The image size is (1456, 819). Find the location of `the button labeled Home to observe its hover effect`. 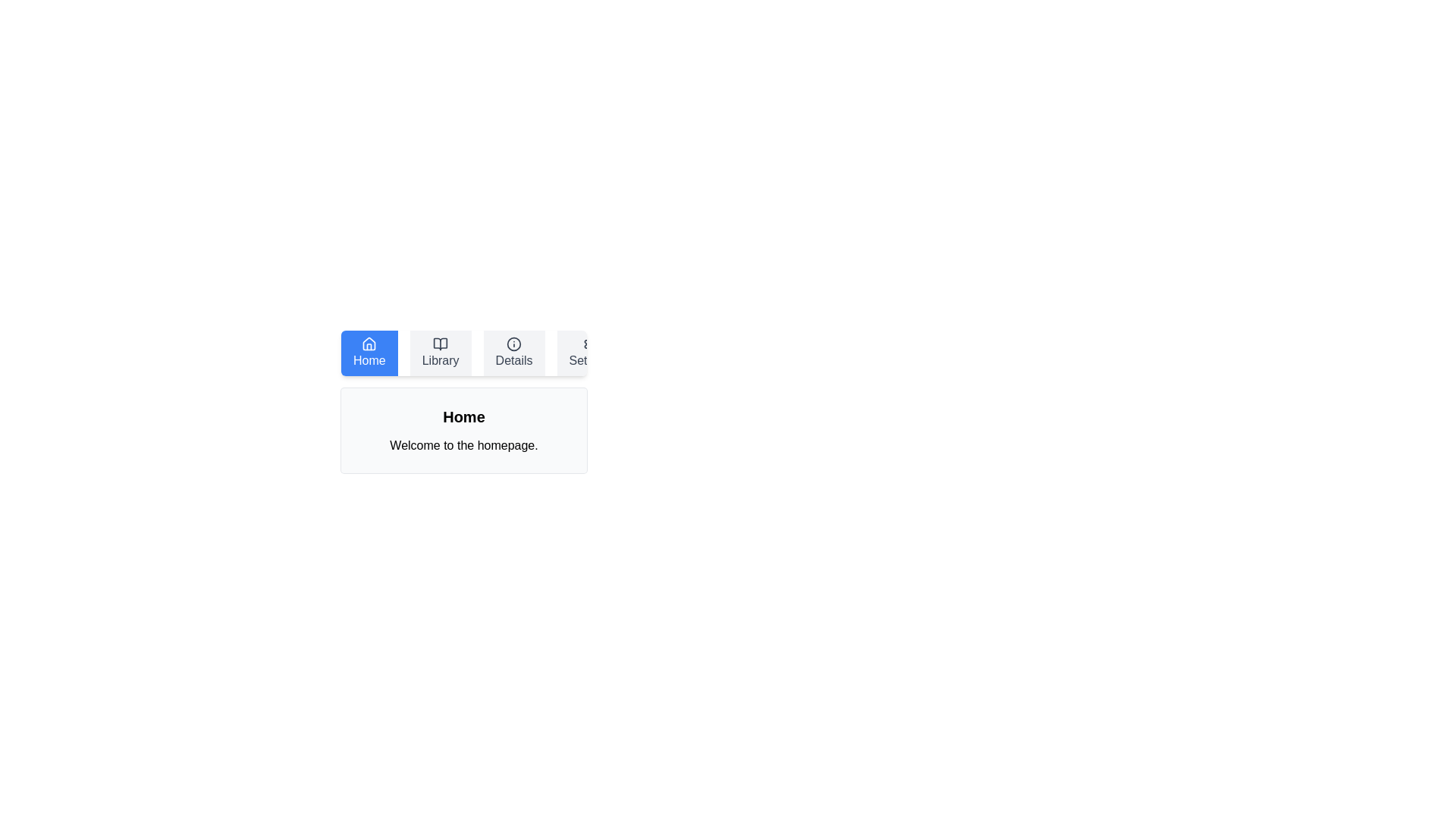

the button labeled Home to observe its hover effect is located at coordinates (369, 353).